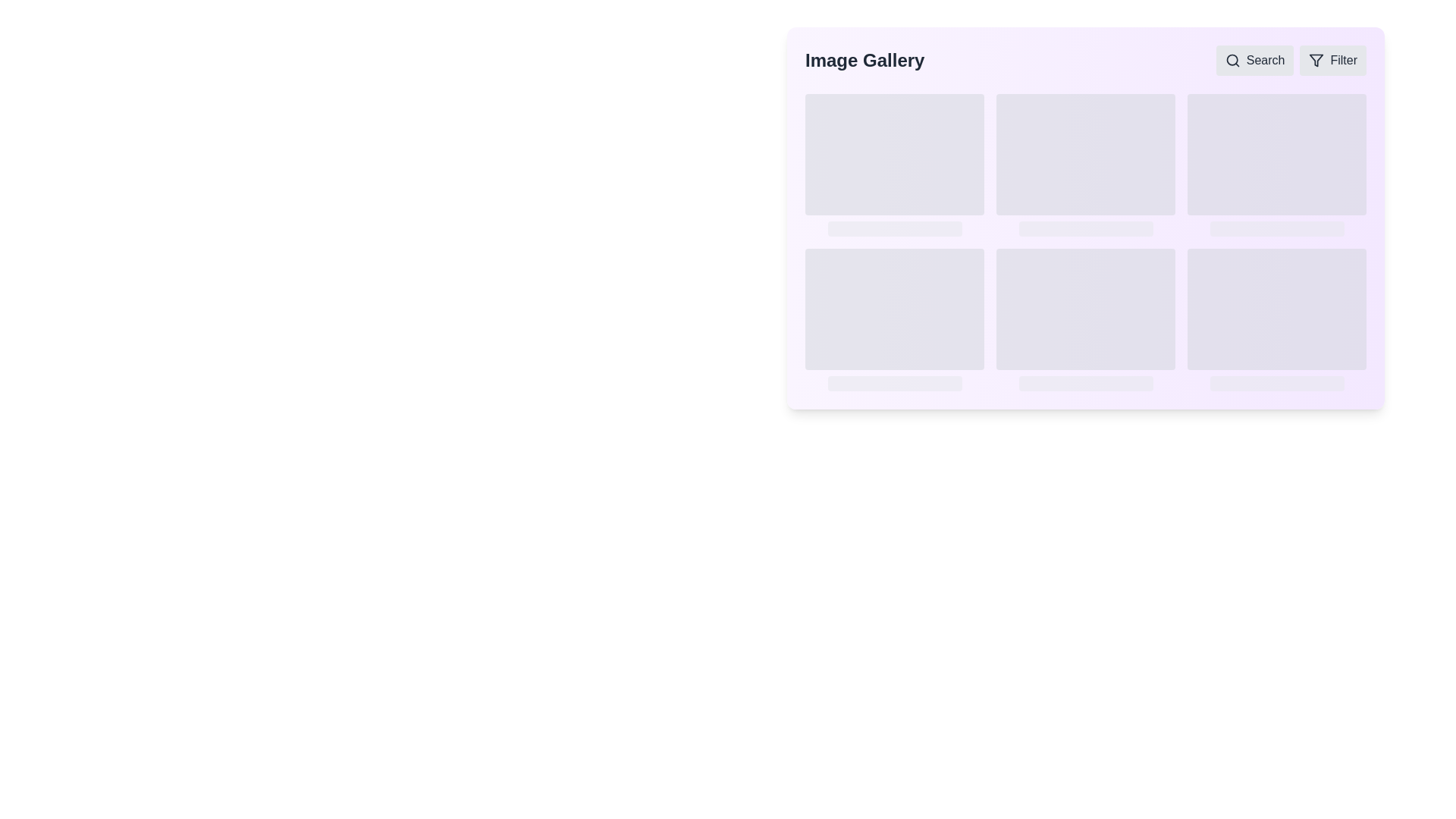 This screenshot has width=1456, height=819. I want to click on the static visual placeholder with a gray background and rounded corners located in the lower-right corner of the gallery-like interface, so click(1276, 309).